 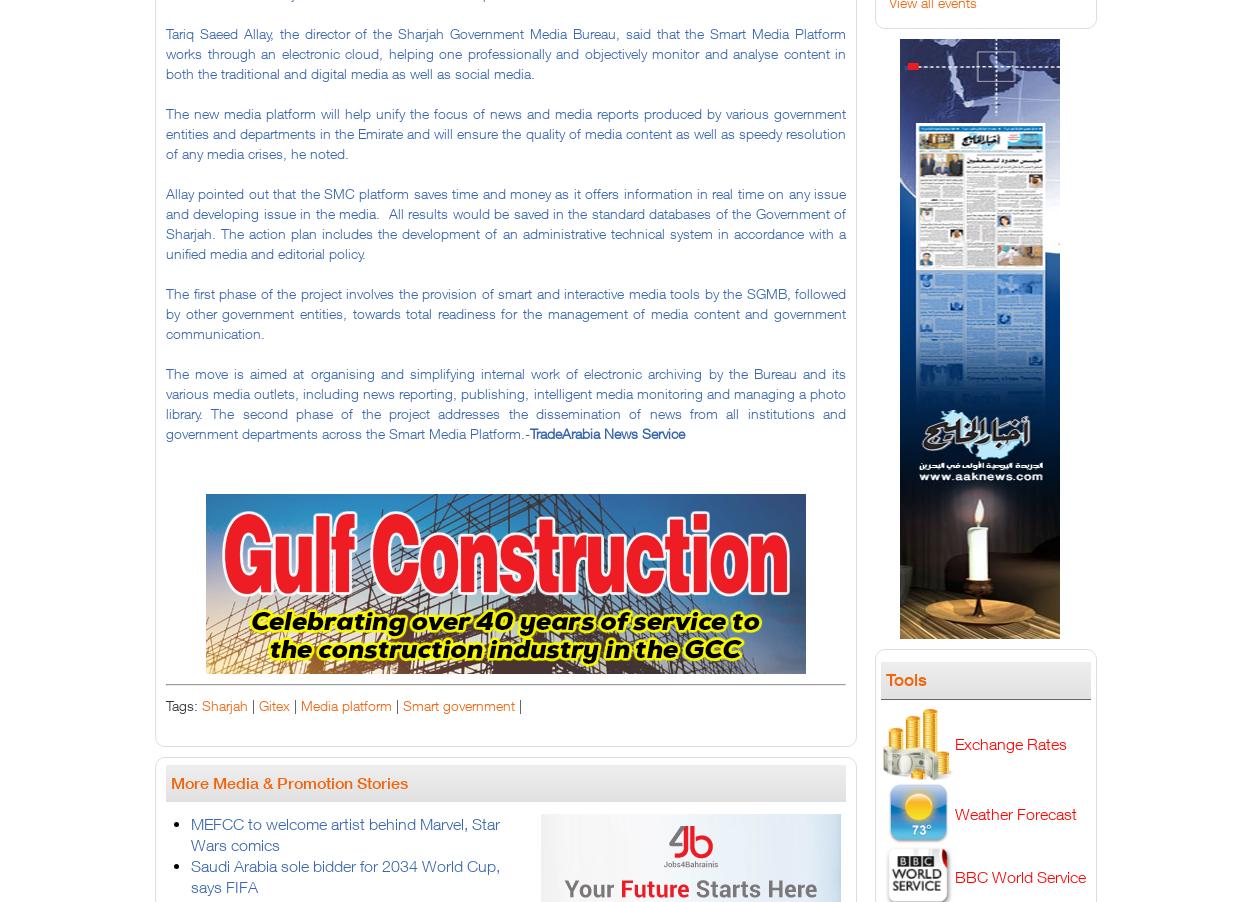 I want to click on 'Media platform', so click(x=345, y=705).